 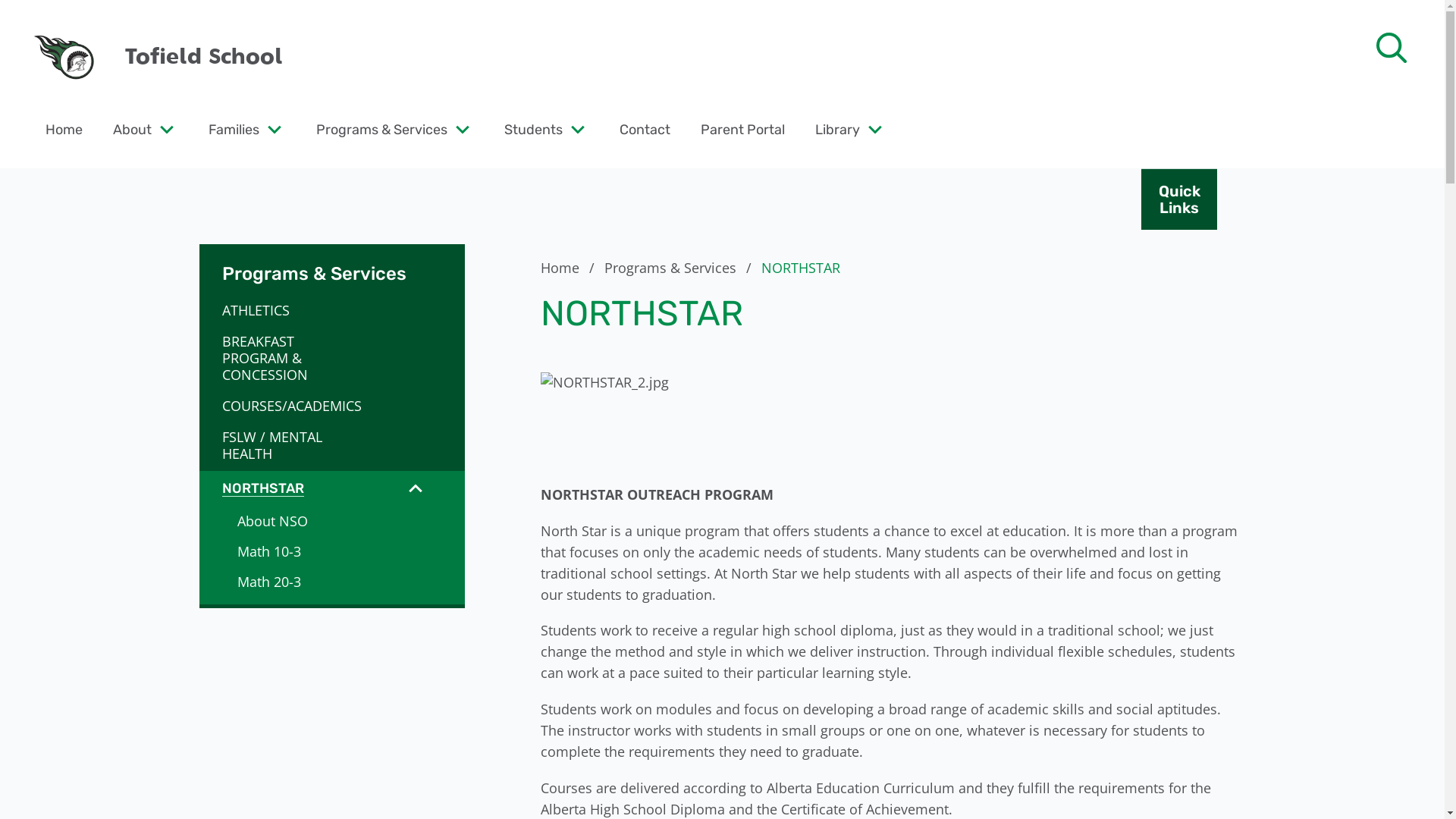 What do you see at coordinates (1178, 198) in the screenshot?
I see `'Quick Links'` at bounding box center [1178, 198].